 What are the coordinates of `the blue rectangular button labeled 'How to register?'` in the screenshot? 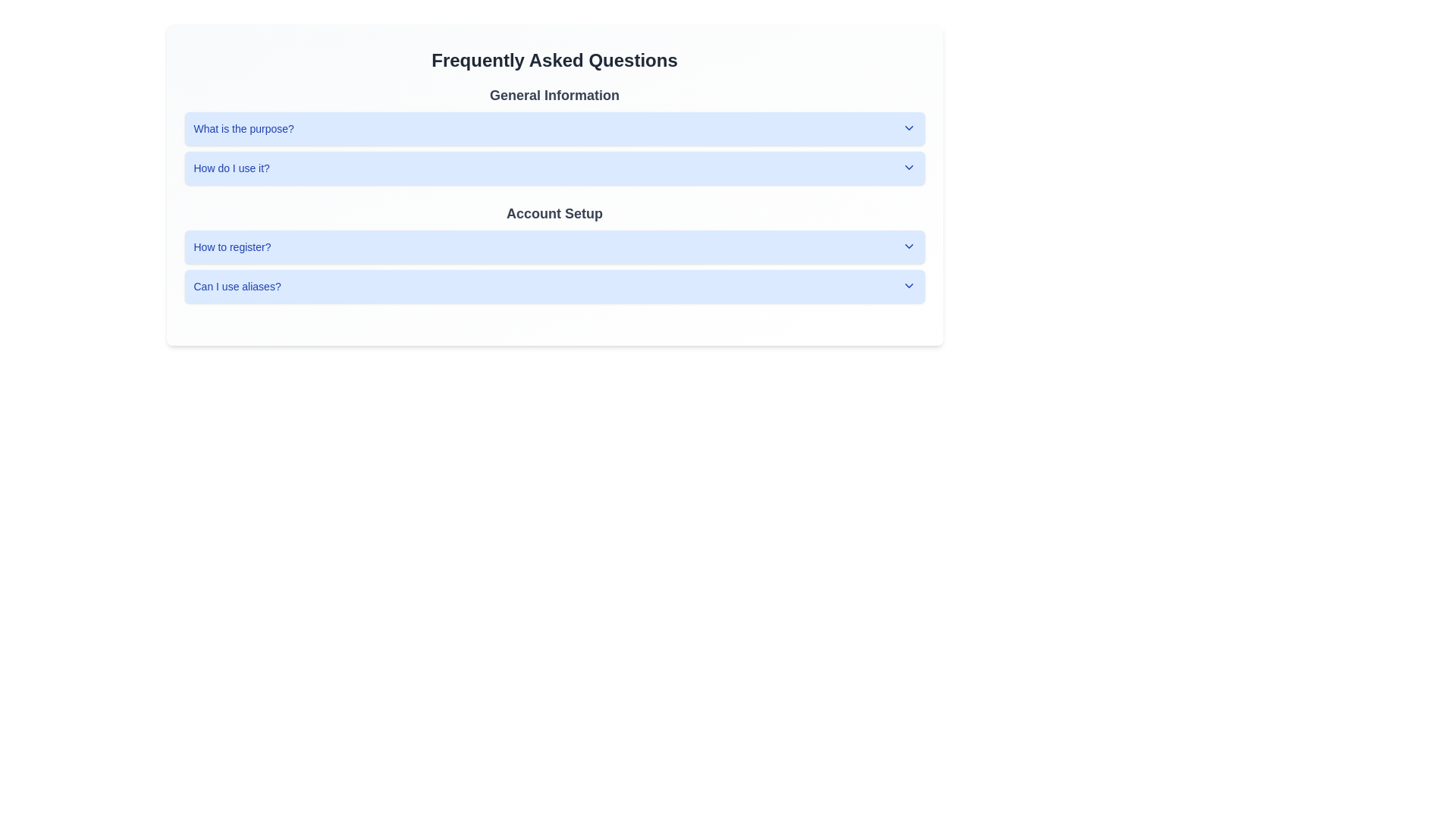 It's located at (554, 246).